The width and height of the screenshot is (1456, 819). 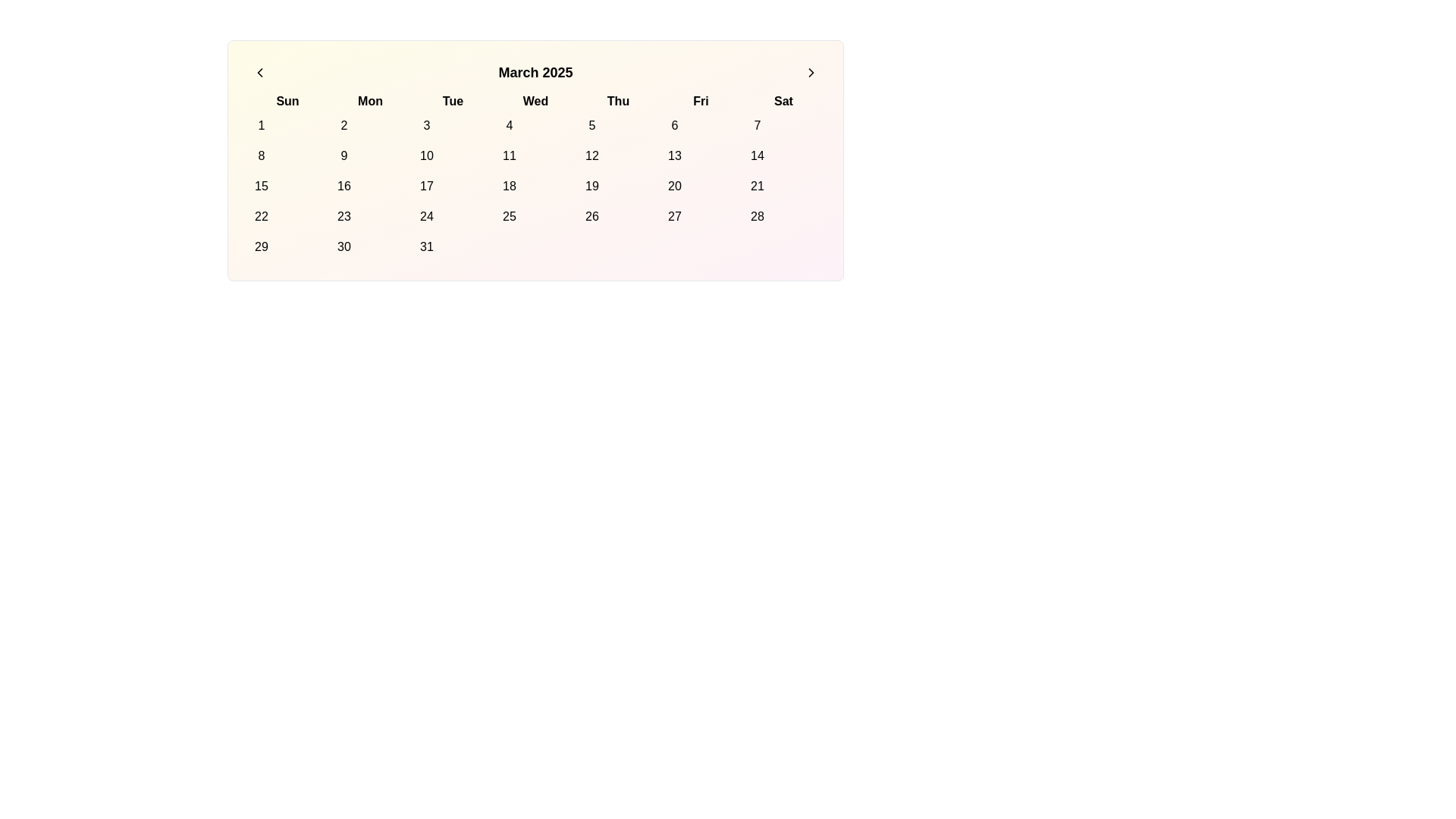 What do you see at coordinates (259, 73) in the screenshot?
I see `the circular button with a leftward chevron that changes to a yellow hue on hover, located to the left of the 'March 2025' title in the calendar navigation` at bounding box center [259, 73].